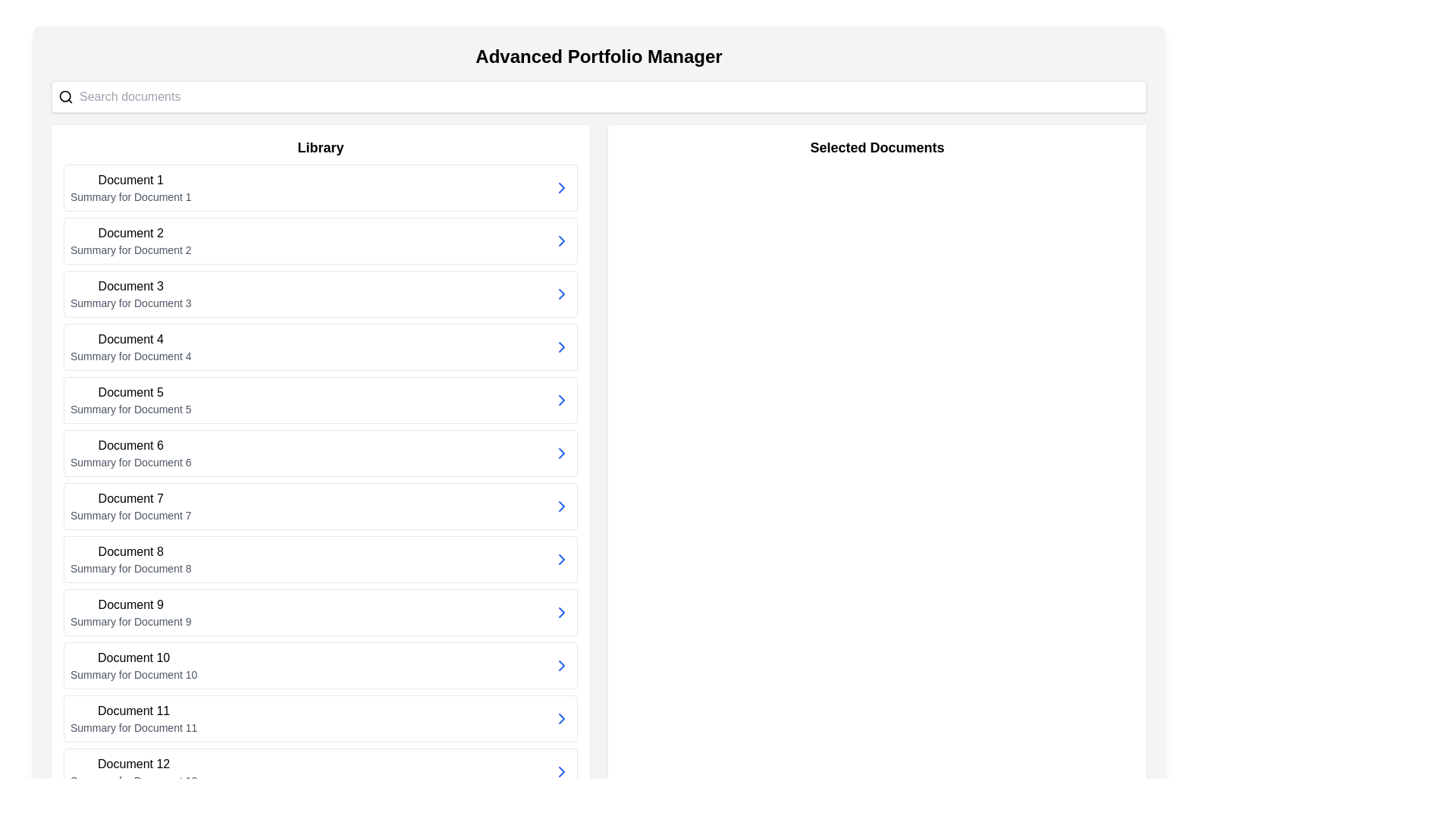  What do you see at coordinates (133, 711) in the screenshot?
I see `the text label that serves as the title for the document item in the eleventh entry of the Library section` at bounding box center [133, 711].